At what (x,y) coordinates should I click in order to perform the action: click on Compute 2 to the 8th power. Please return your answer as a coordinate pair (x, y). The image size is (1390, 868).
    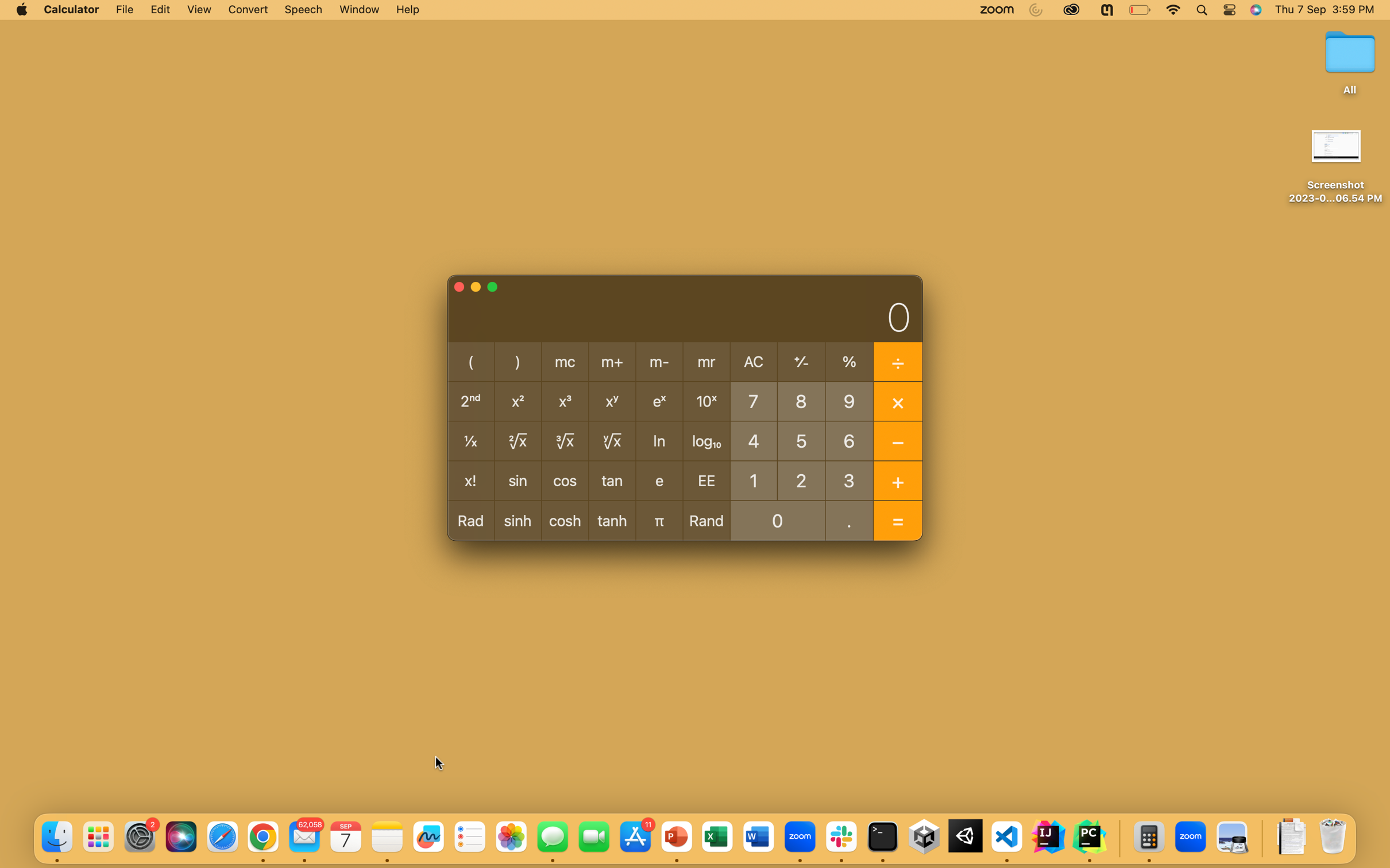
    Looking at the image, I should click on (801, 479).